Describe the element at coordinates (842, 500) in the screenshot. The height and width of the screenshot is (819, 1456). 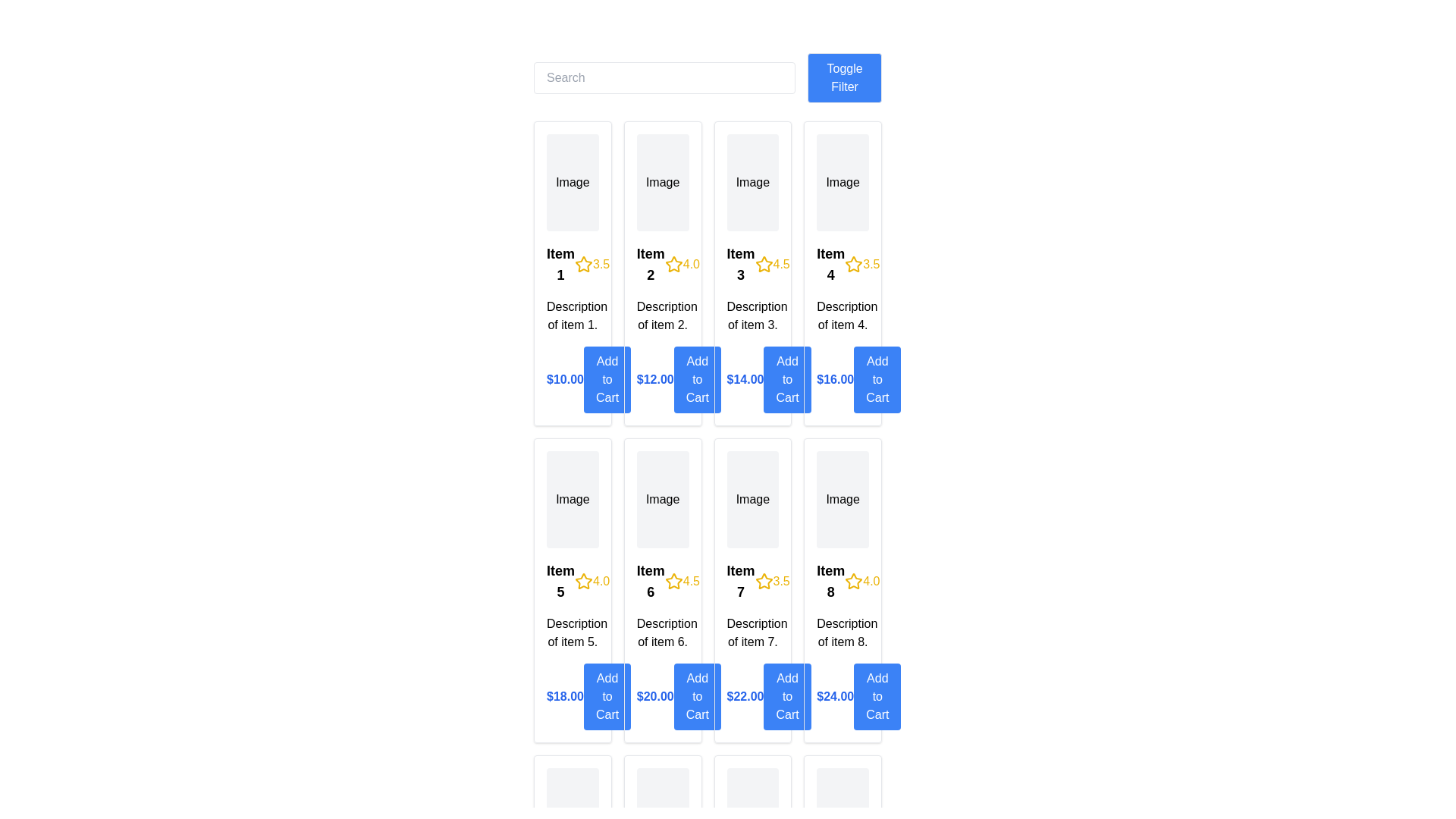
I see `the Image Placeholder element, which is a light gray box with the text 'Image' in the center, located in the vertical layout for 'Item 8'` at that location.